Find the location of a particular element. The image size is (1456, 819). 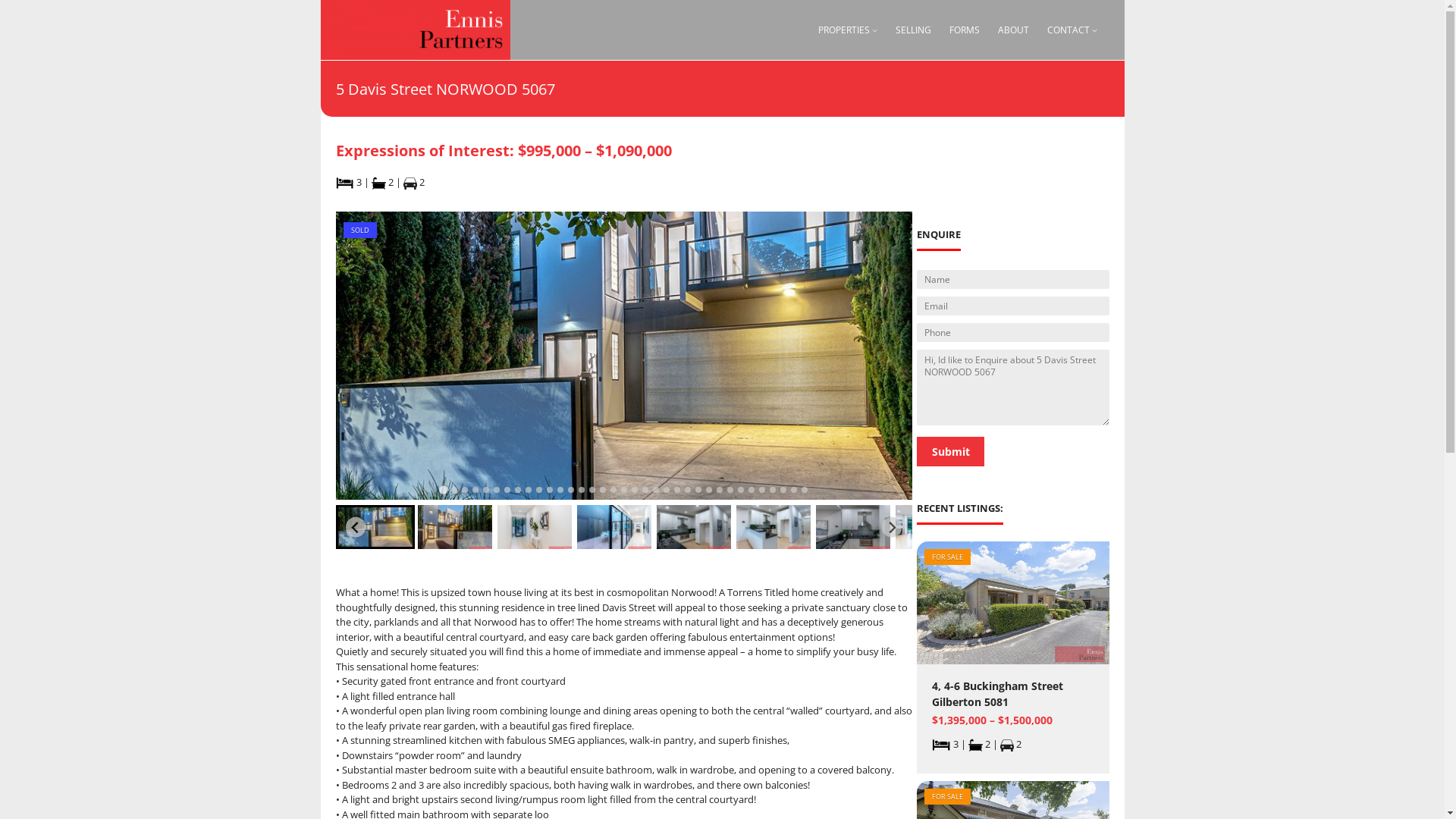

'4, 4-6 Buckingham Street Gilberton 5081' is located at coordinates (1012, 693).